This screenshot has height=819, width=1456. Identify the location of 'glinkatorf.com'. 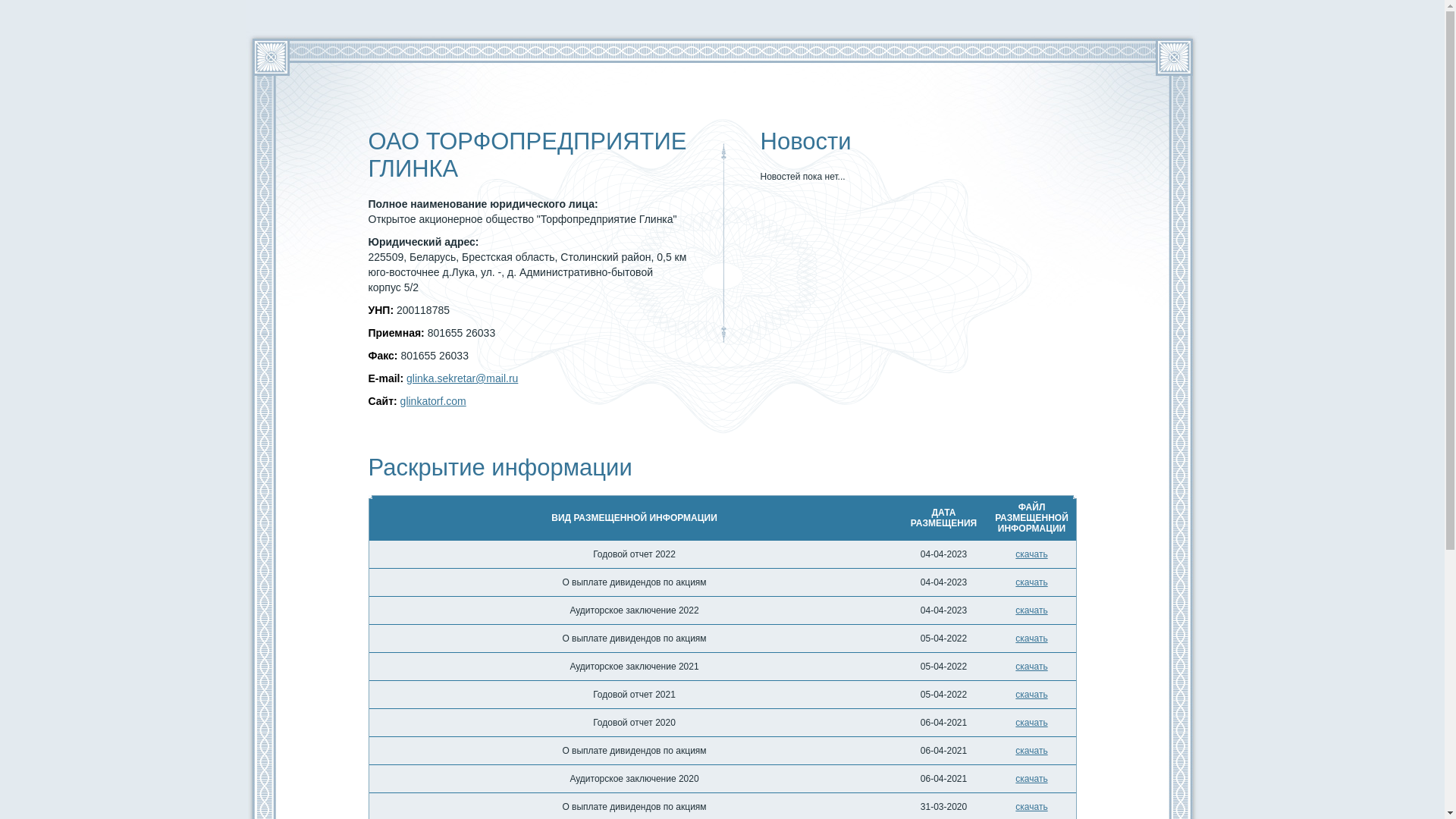
(432, 400).